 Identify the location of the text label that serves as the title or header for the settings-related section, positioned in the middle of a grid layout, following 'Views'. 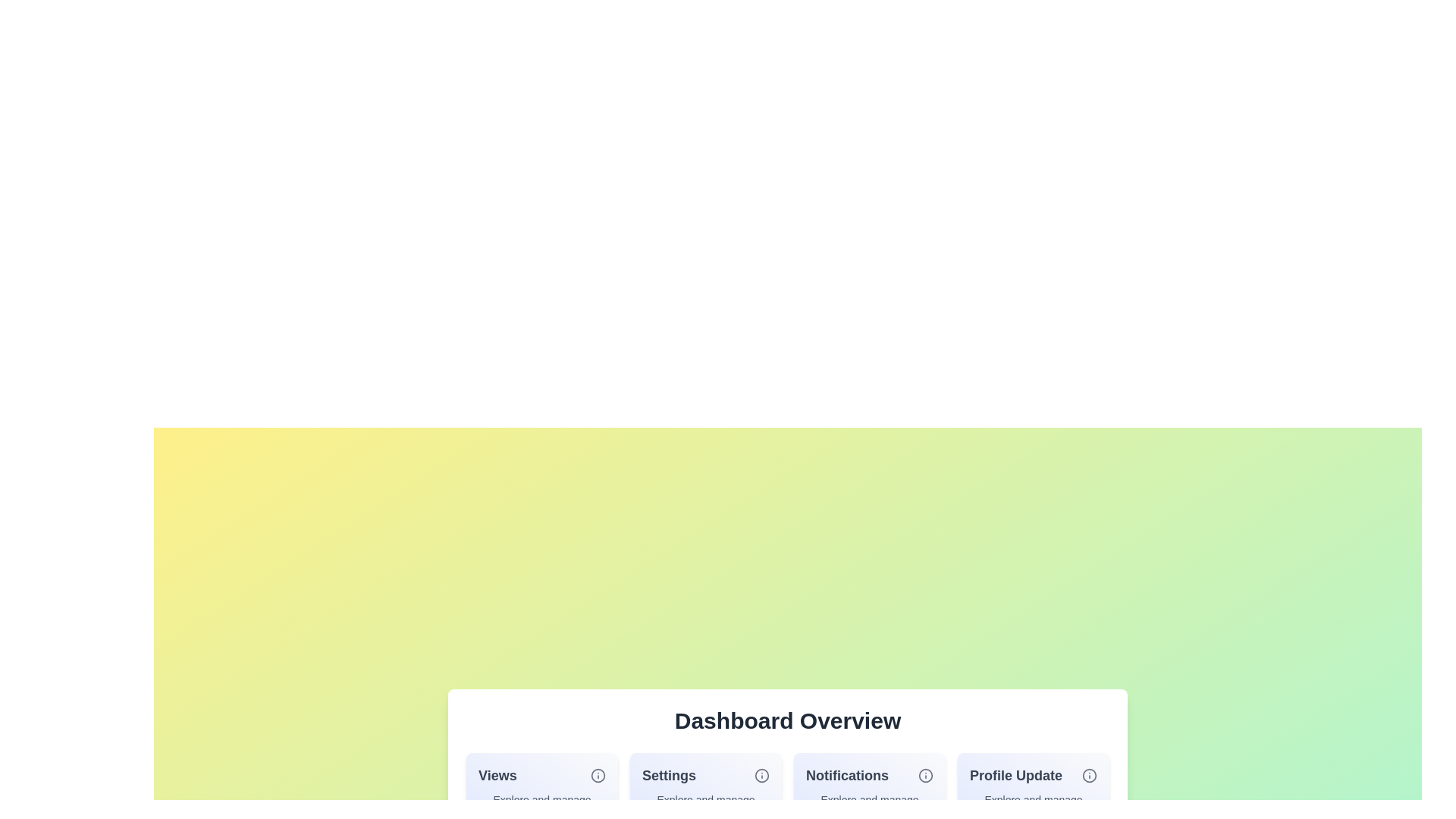
(668, 775).